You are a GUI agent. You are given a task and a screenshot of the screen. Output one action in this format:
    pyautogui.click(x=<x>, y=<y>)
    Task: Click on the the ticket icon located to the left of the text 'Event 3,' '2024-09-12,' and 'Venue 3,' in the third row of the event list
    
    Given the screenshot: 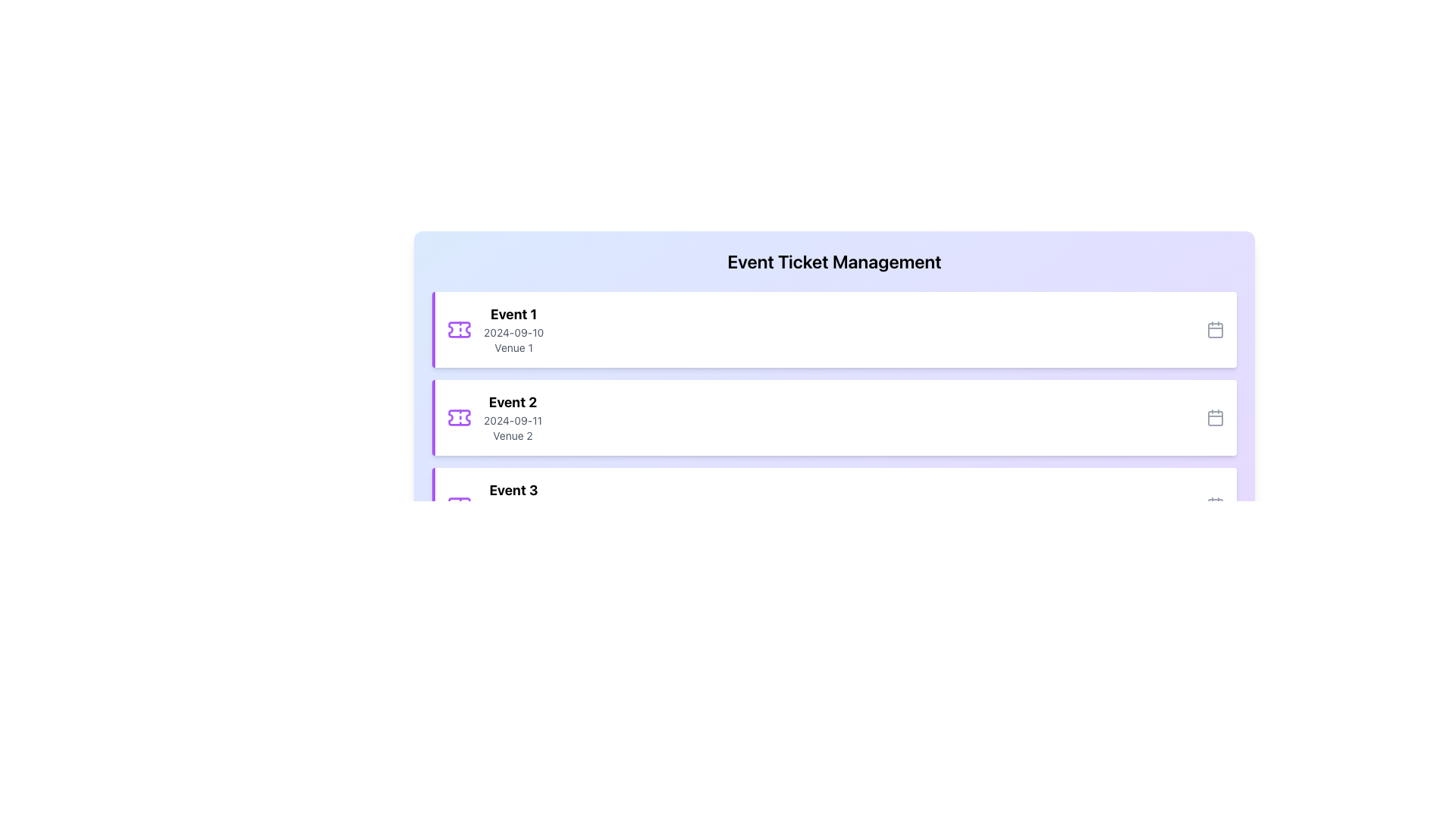 What is the action you would take?
    pyautogui.click(x=458, y=506)
    